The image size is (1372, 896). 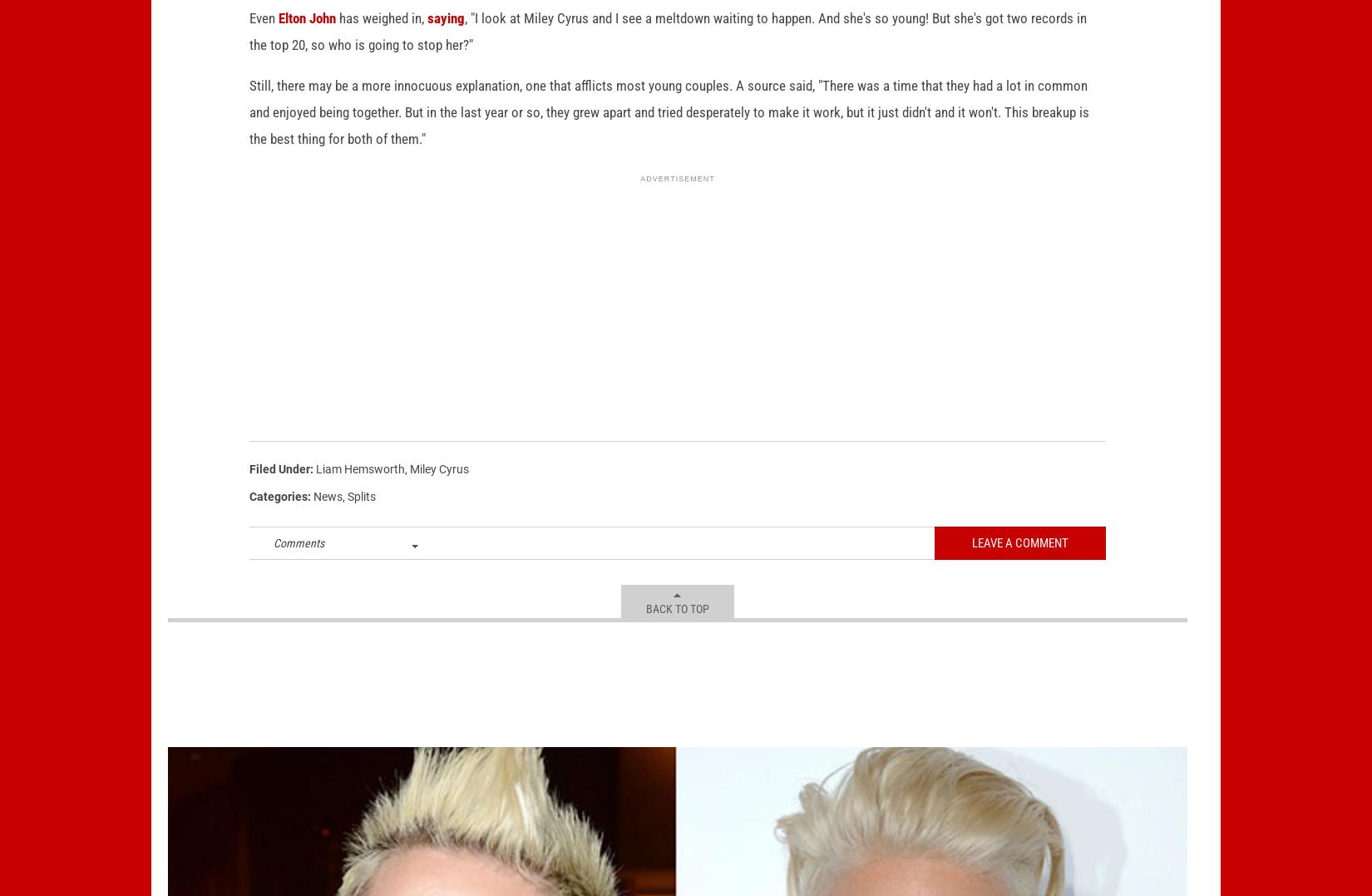 What do you see at coordinates (279, 495) in the screenshot?
I see `'Filed Under'` at bounding box center [279, 495].